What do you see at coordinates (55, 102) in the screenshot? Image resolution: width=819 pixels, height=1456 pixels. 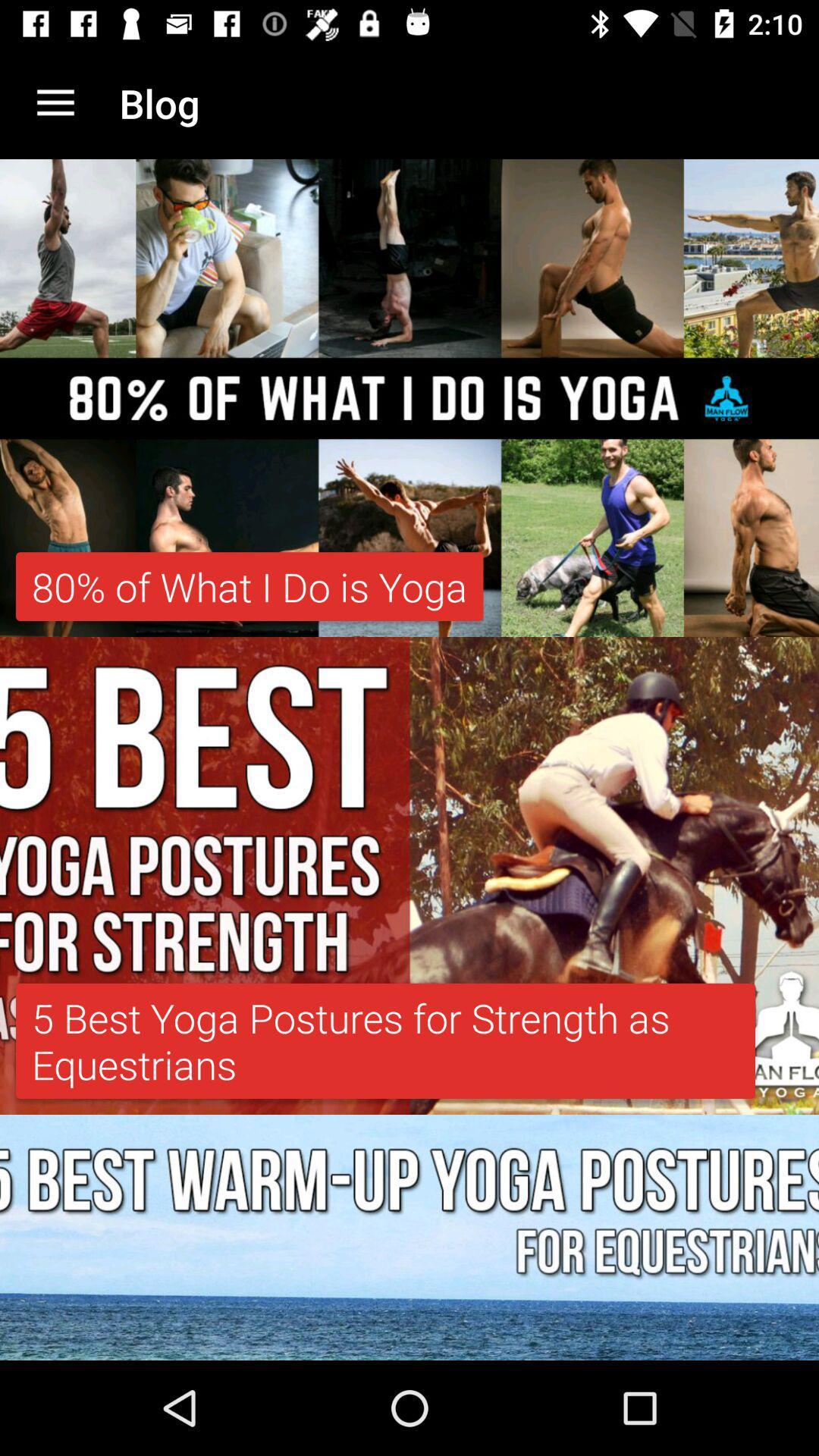 I see `app next to the blog item` at bounding box center [55, 102].